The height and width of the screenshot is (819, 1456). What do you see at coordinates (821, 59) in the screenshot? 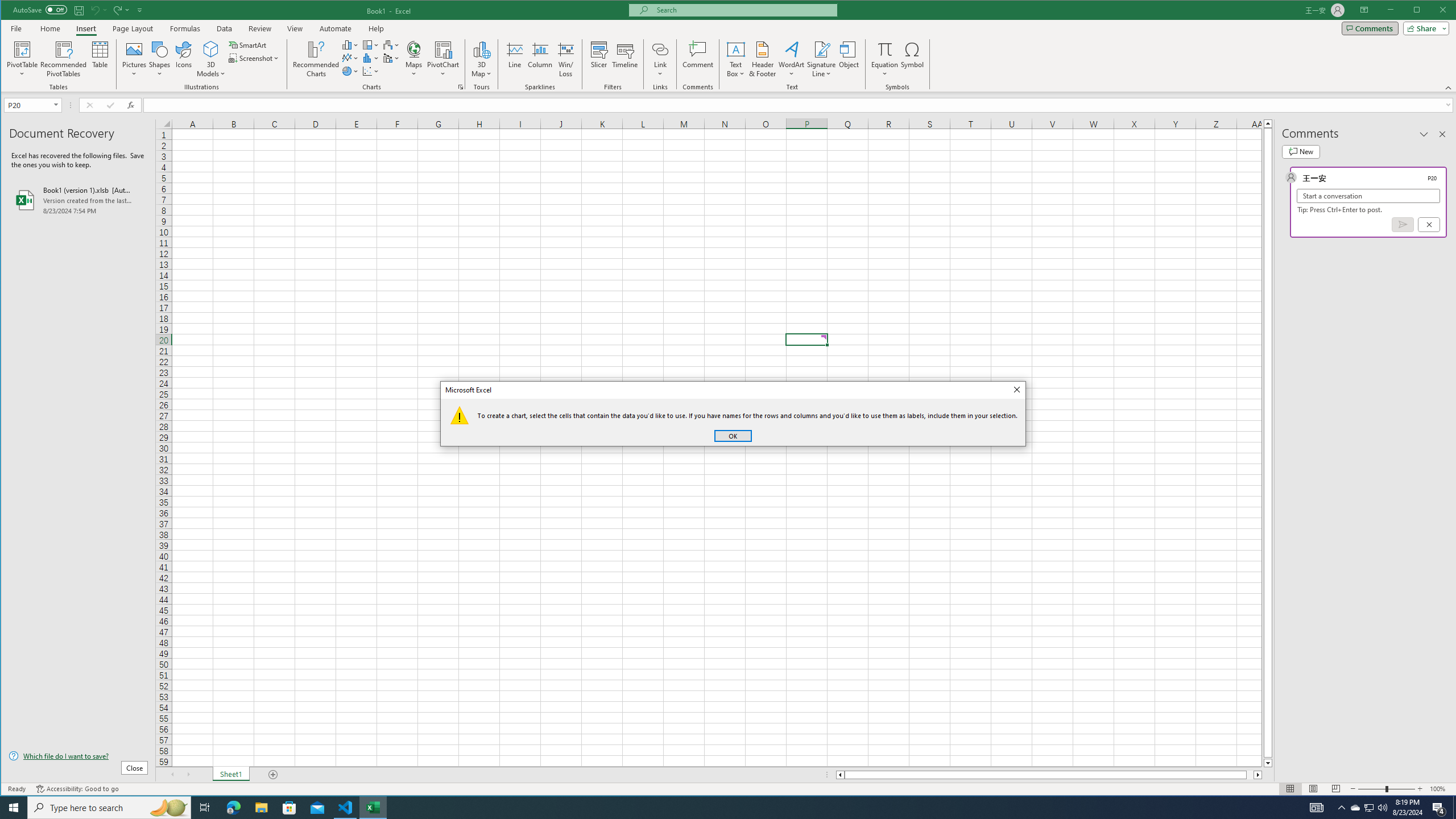
I see `'Signature Line'` at bounding box center [821, 59].